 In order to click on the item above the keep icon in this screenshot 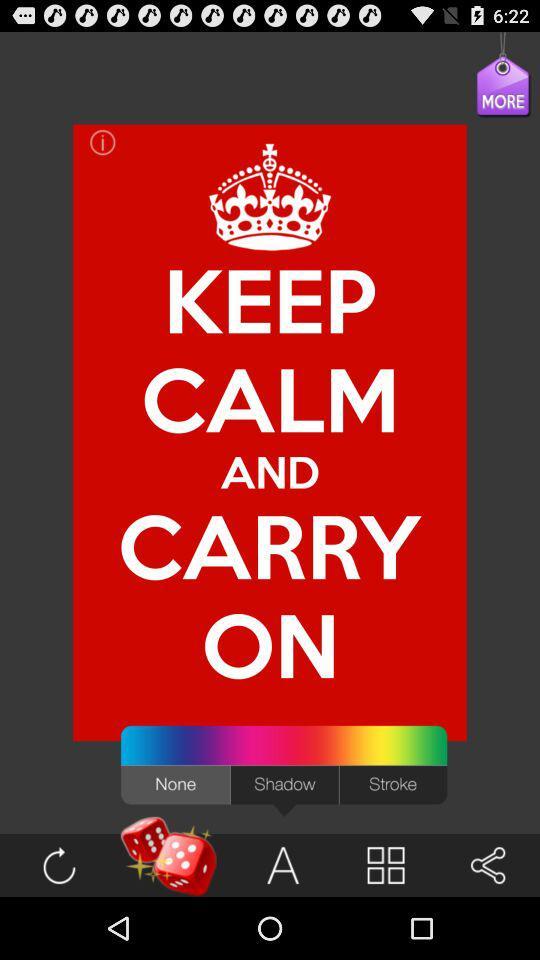, I will do `click(486, 97)`.